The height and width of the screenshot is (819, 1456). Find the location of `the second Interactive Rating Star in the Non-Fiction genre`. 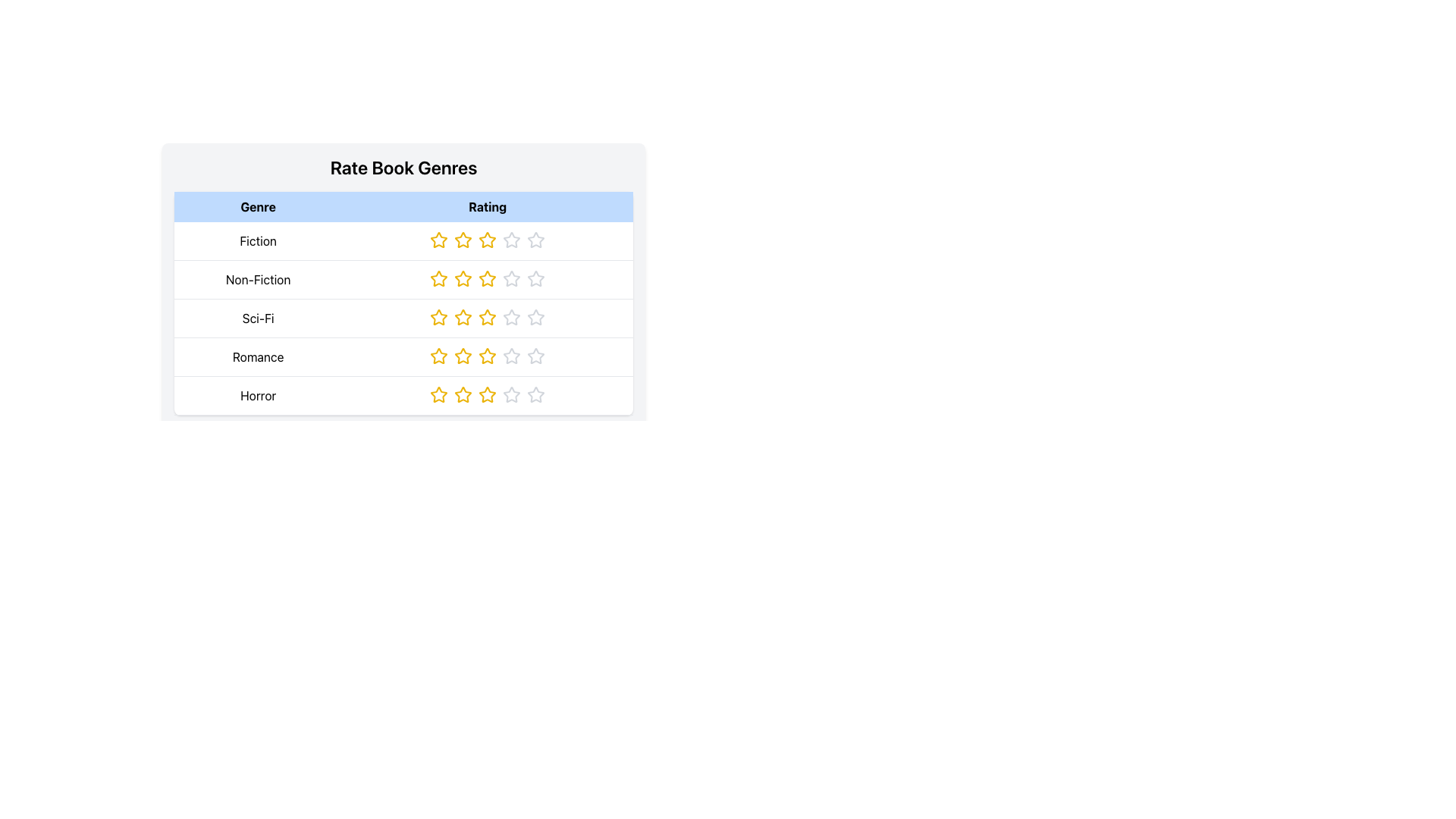

the second Interactive Rating Star in the Non-Fiction genre is located at coordinates (463, 278).